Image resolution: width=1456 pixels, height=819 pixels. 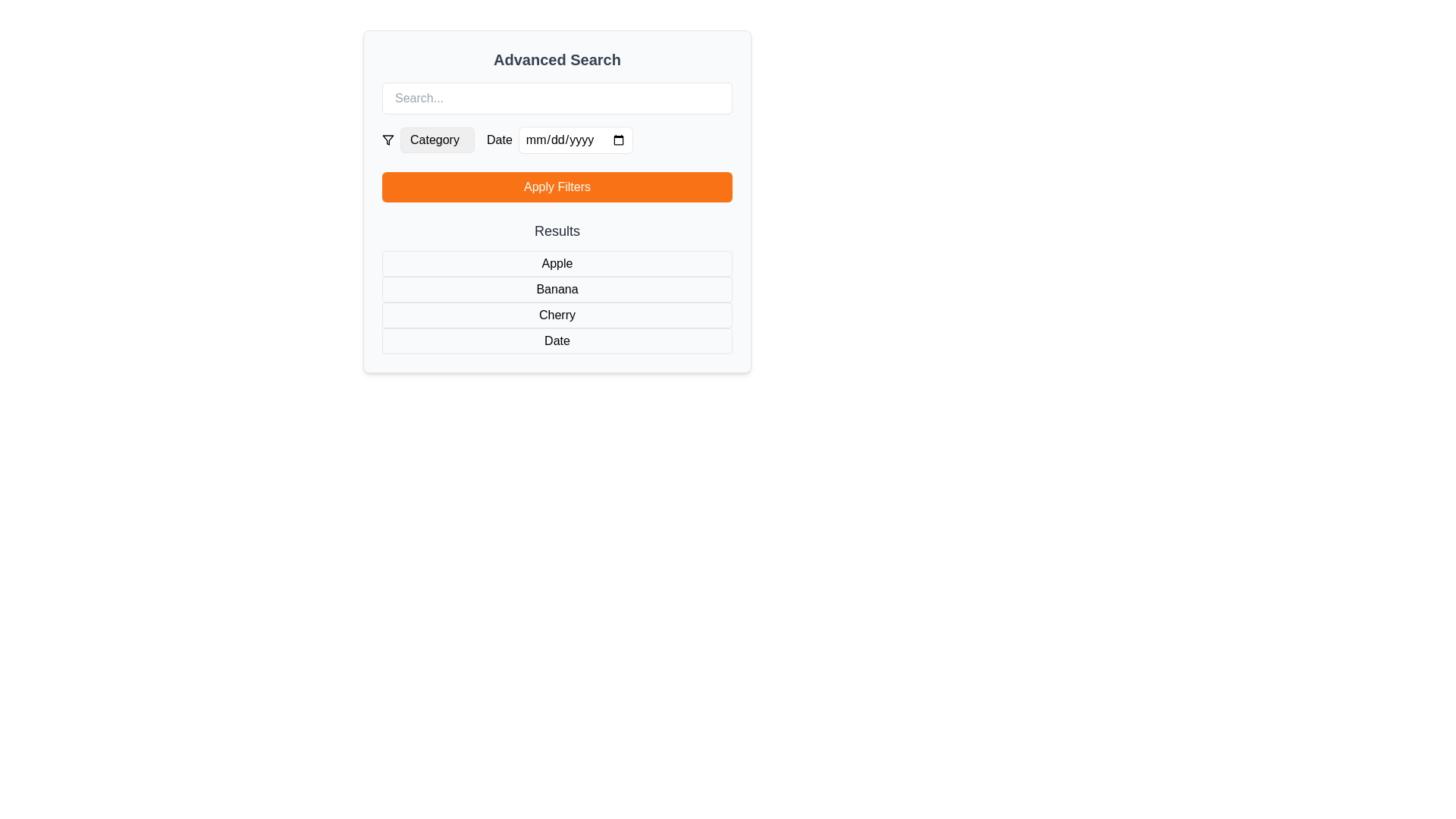 What do you see at coordinates (556, 315) in the screenshot?
I see `the clickable list item representing 'Cherry' to trigger the hover effect` at bounding box center [556, 315].